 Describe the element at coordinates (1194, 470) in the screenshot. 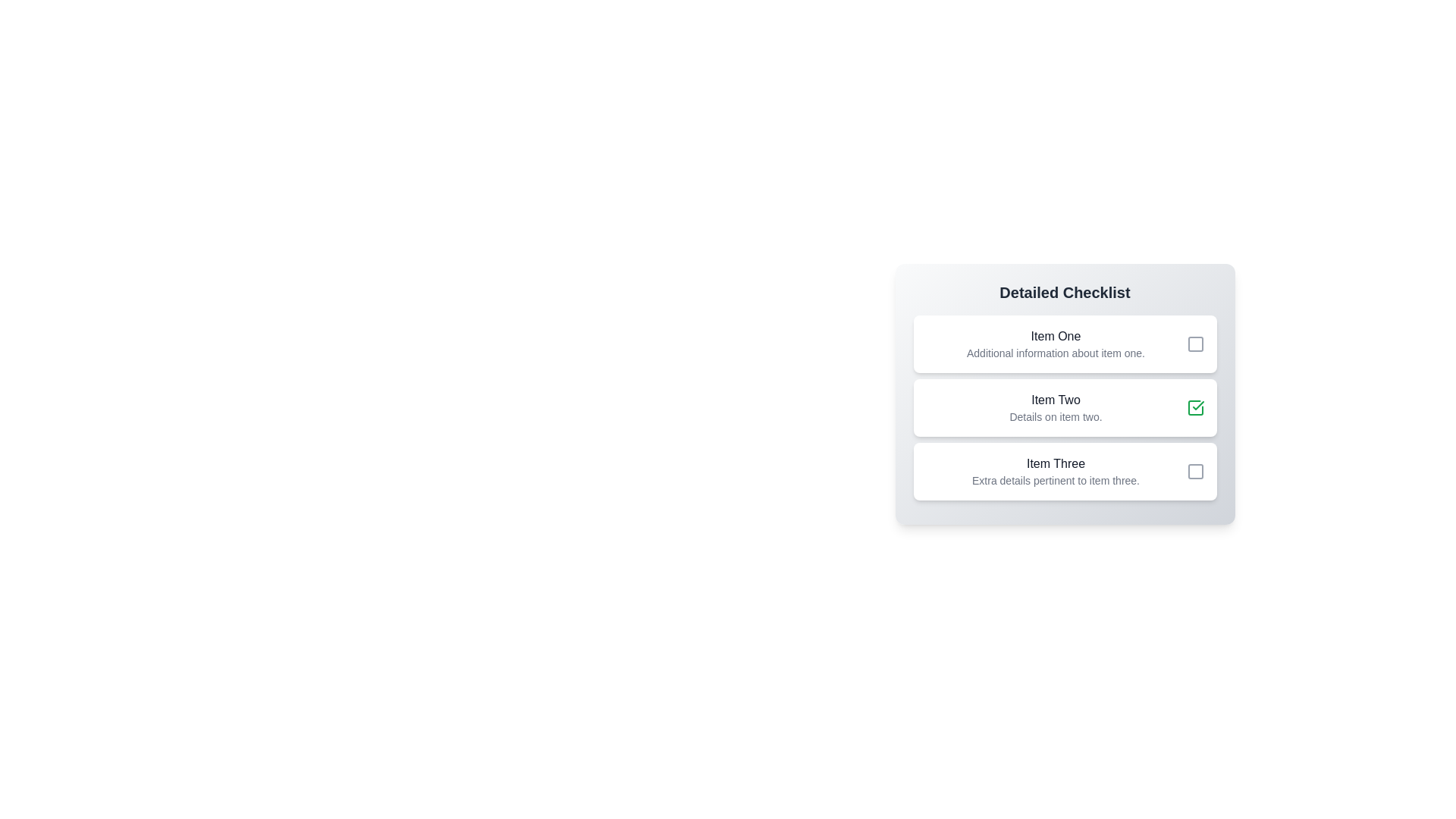

I see `the checkbox related to the third item in the checklist titled 'Item Three', positioned to the far right after the text 'Extra details pertinent to item three.'` at that location.